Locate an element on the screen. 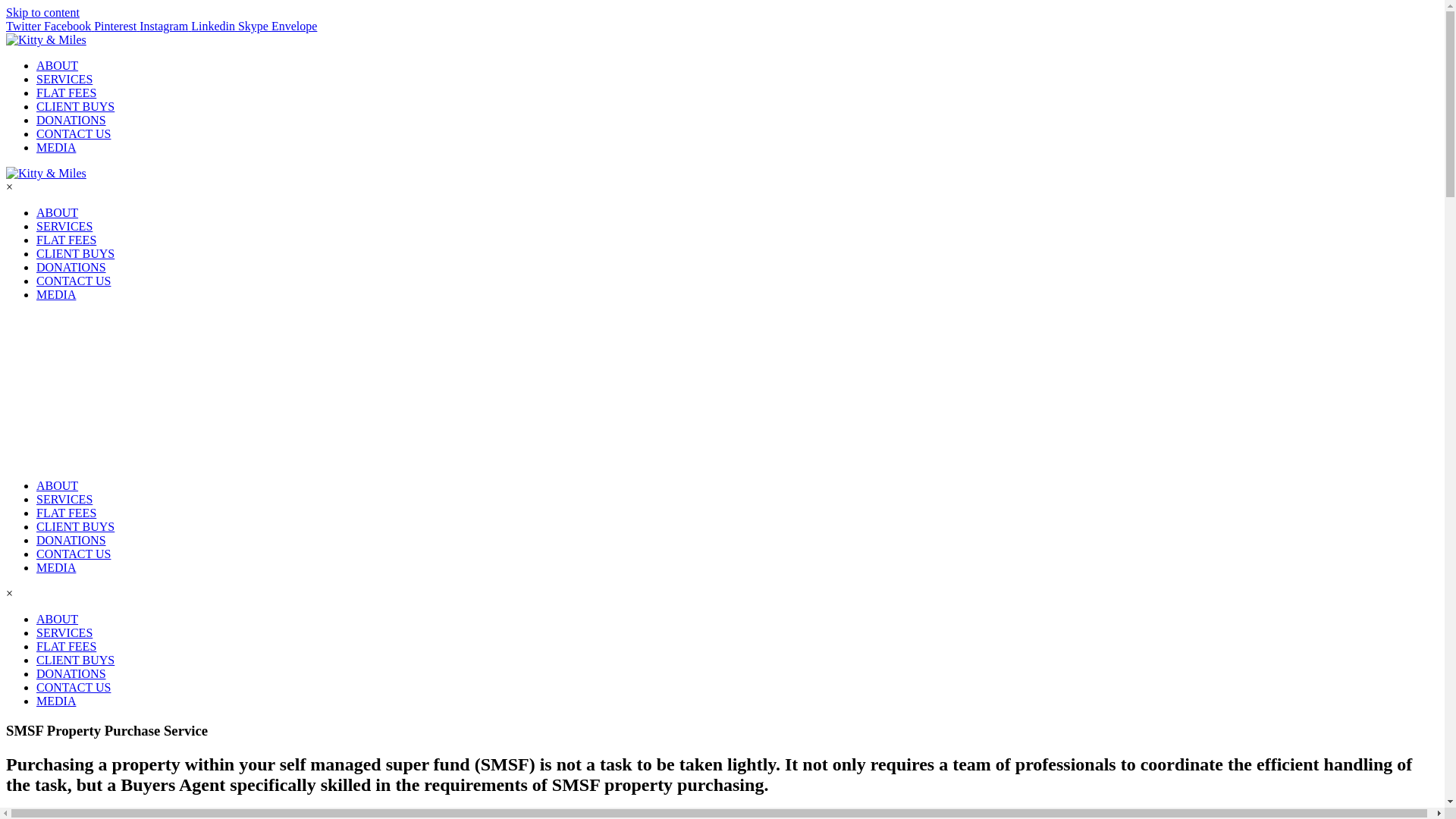  'MEDIA' is located at coordinates (55, 567).